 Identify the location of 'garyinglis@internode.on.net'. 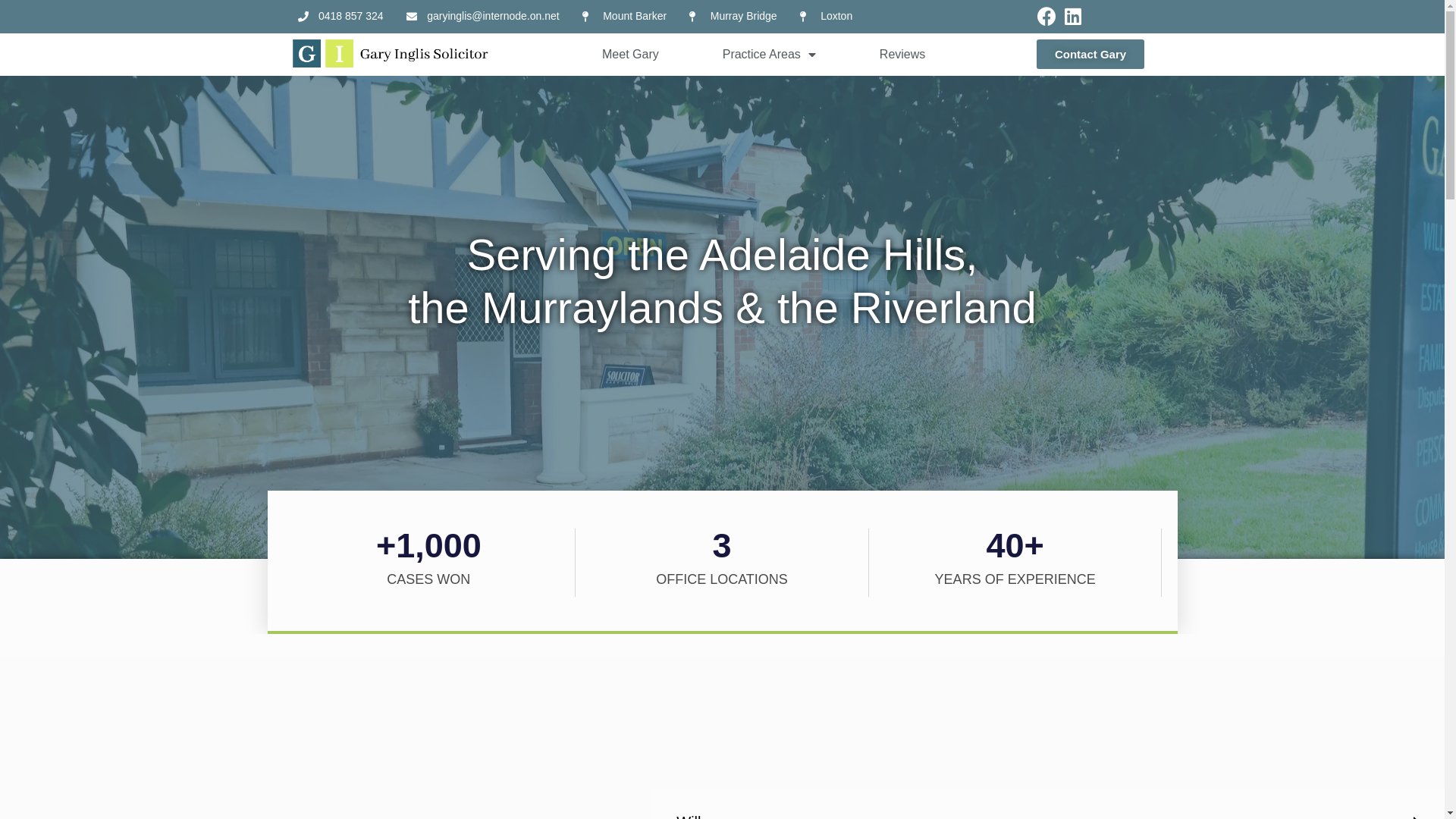
(482, 17).